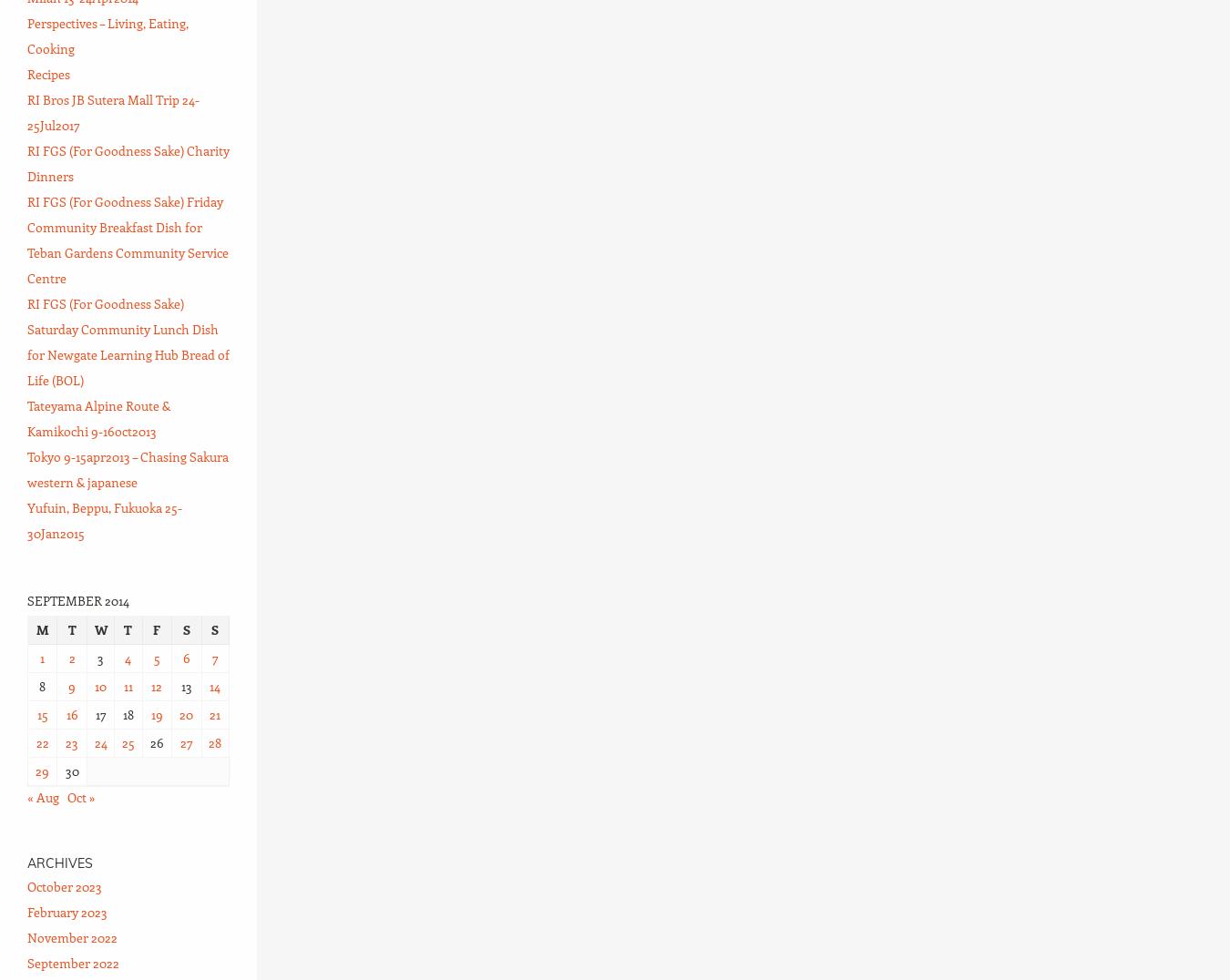 Image resolution: width=1230 pixels, height=980 pixels. I want to click on 'M', so click(41, 628).